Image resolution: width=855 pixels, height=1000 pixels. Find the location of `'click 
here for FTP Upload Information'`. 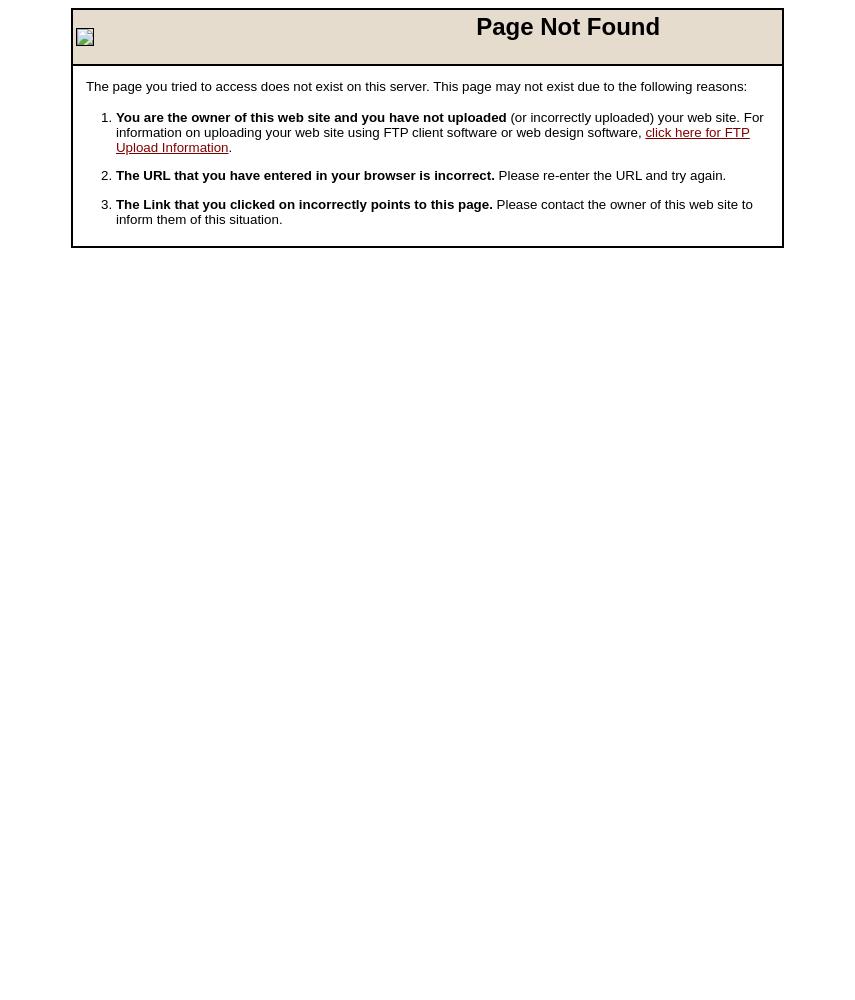

'click 
here for FTP Upload Information' is located at coordinates (113, 139).